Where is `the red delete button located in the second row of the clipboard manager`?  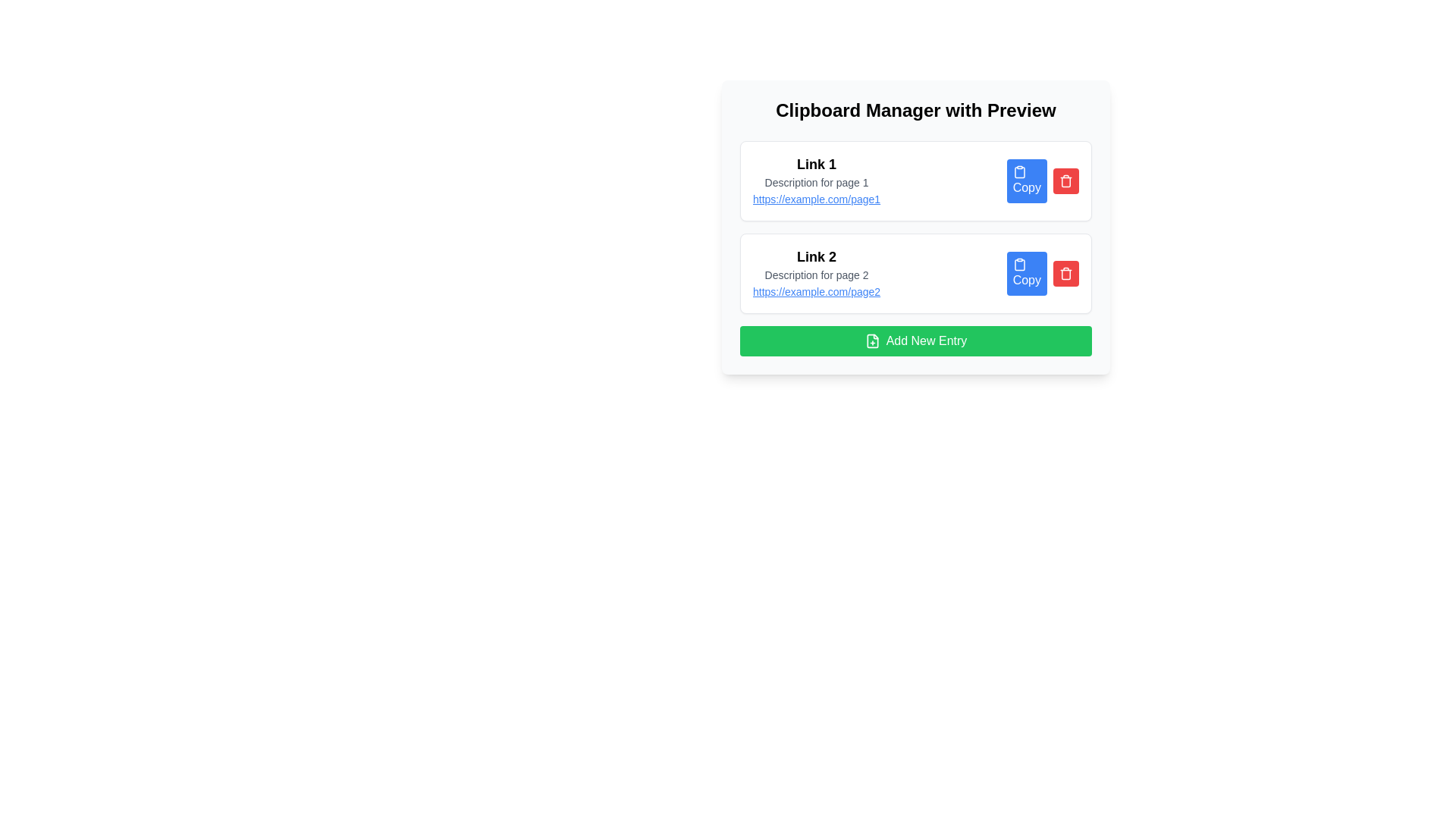 the red delete button located in the second row of the clipboard manager is located at coordinates (1065, 180).